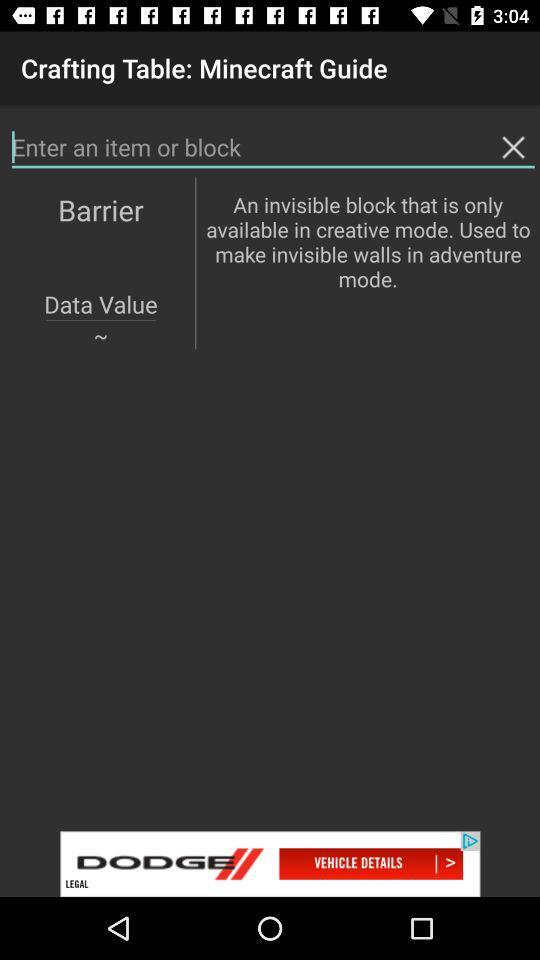 The height and width of the screenshot is (960, 540). Describe the element at coordinates (272, 146) in the screenshot. I see `the searching word and close it option` at that location.